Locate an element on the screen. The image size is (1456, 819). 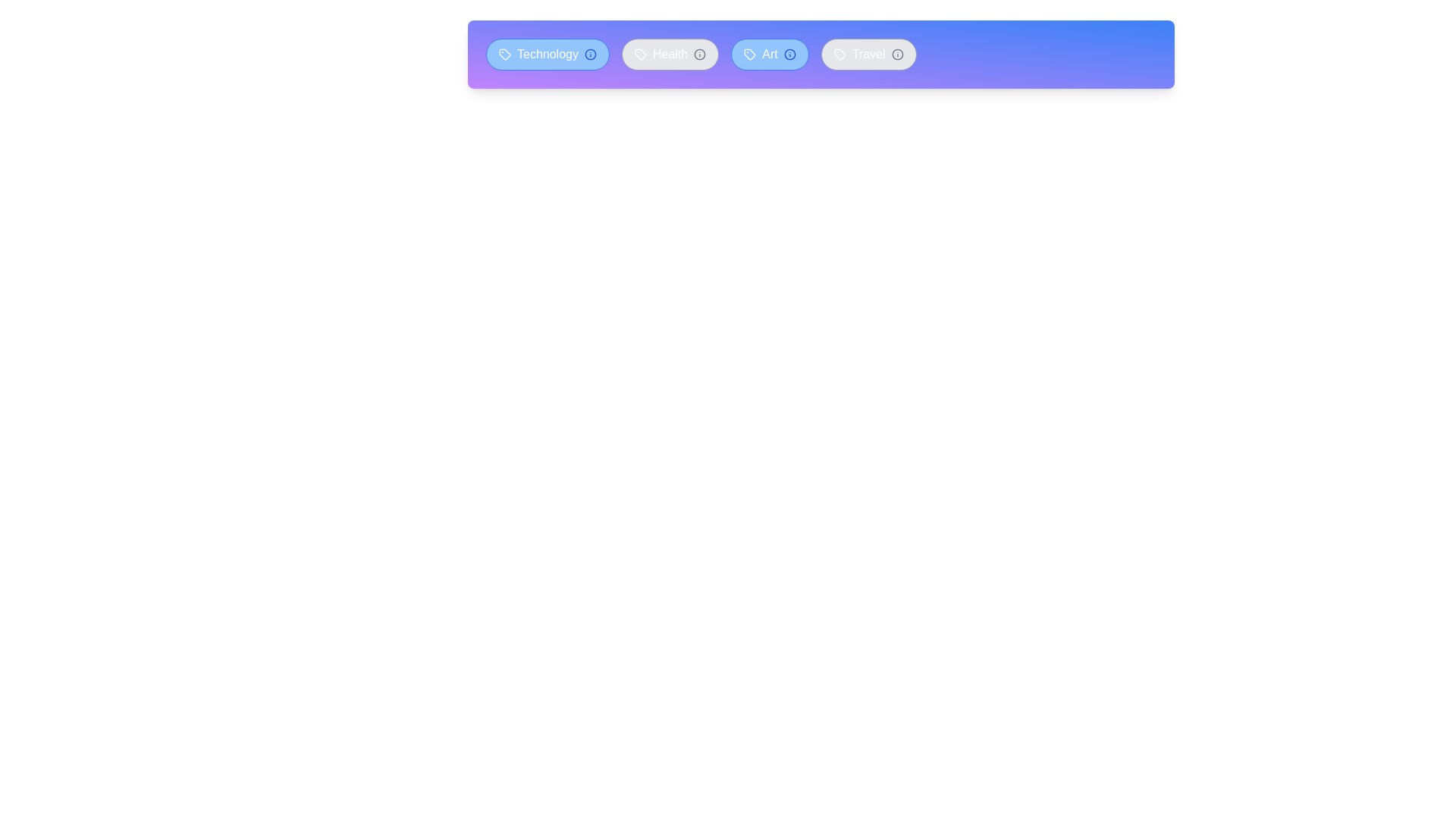
the tag labeled Health is located at coordinates (669, 54).